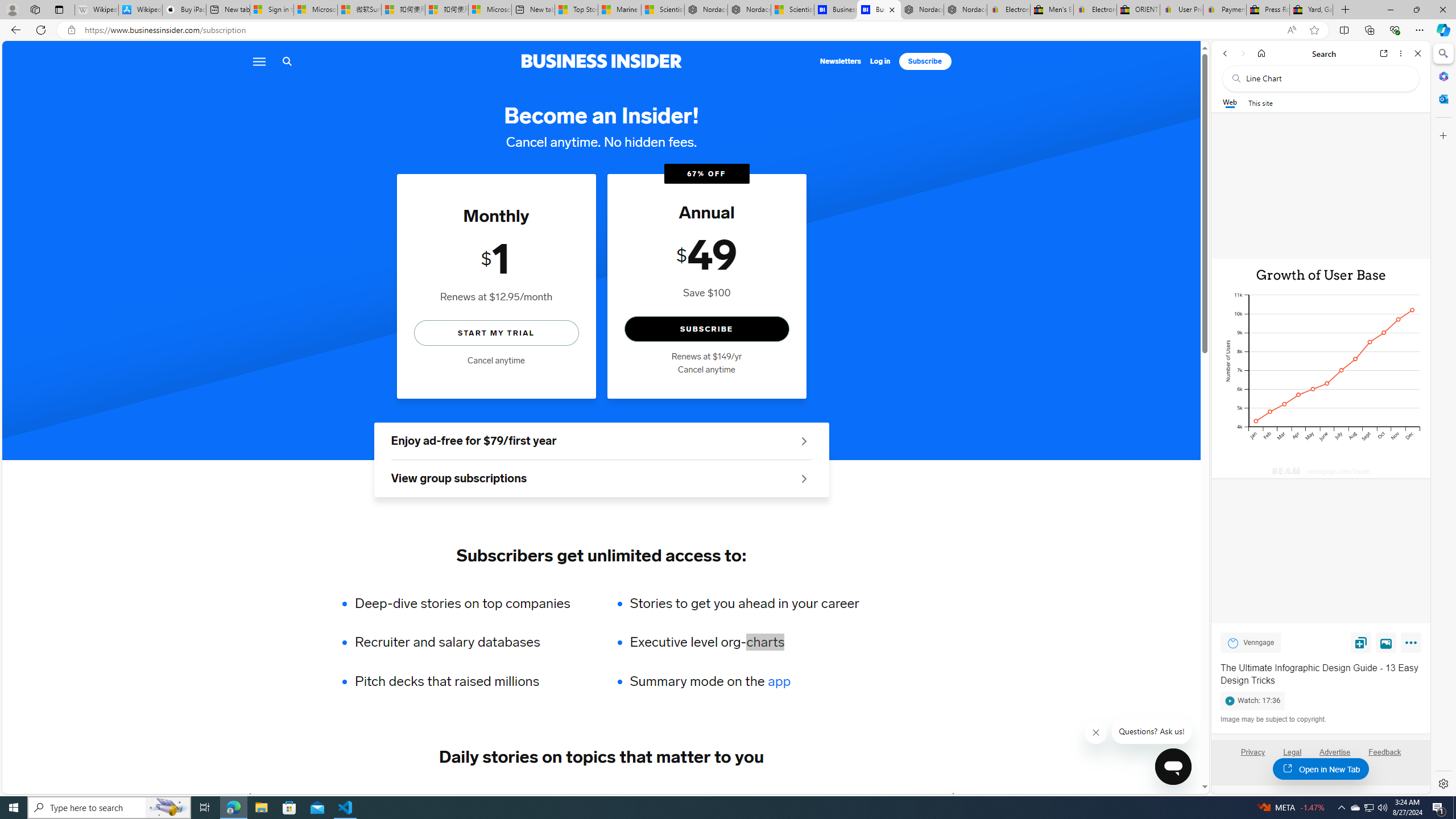 The width and height of the screenshot is (1456, 819). What do you see at coordinates (287, 61) in the screenshot?
I see `'Go to the search page.'` at bounding box center [287, 61].